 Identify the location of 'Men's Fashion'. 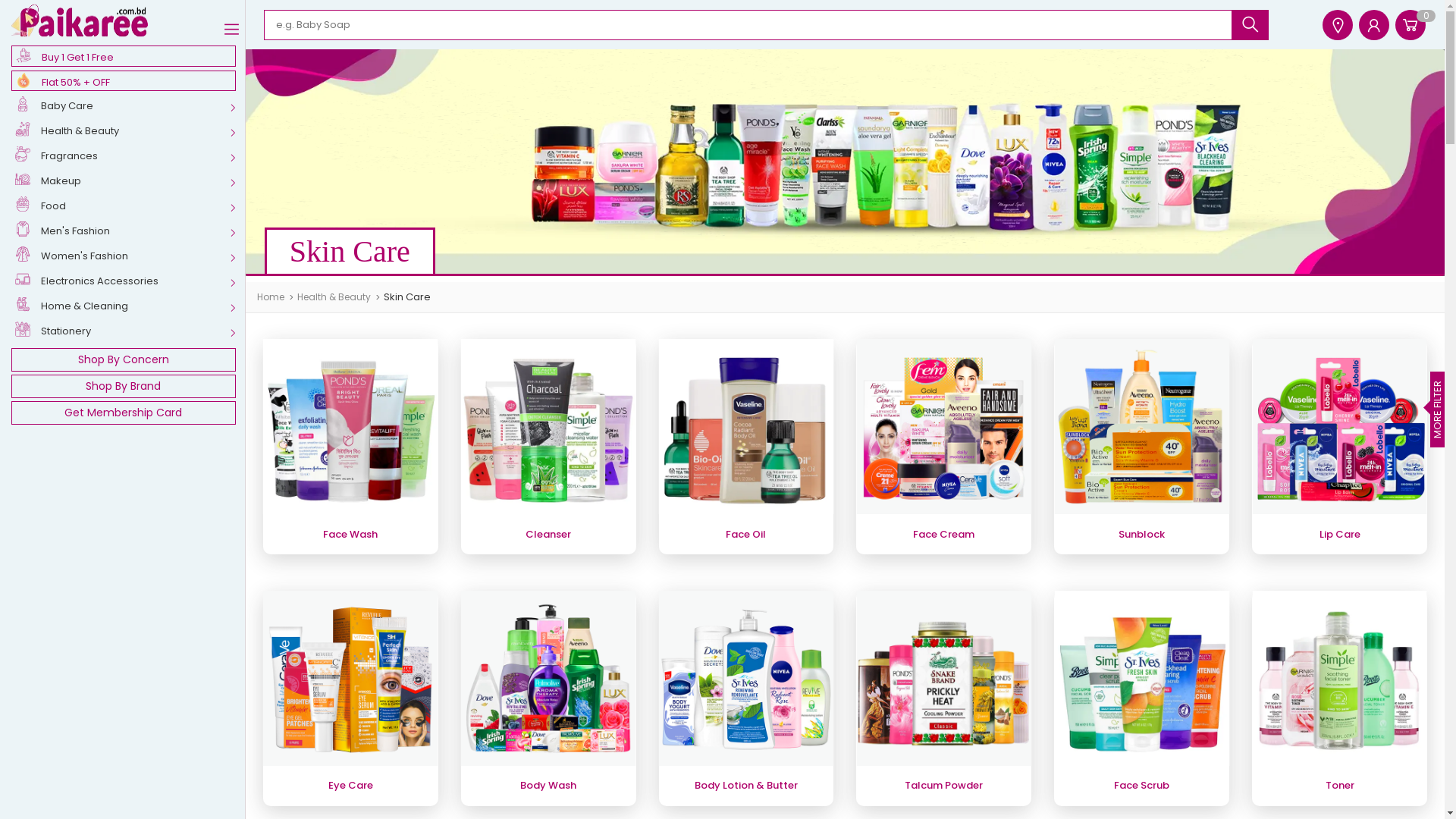
(127, 232).